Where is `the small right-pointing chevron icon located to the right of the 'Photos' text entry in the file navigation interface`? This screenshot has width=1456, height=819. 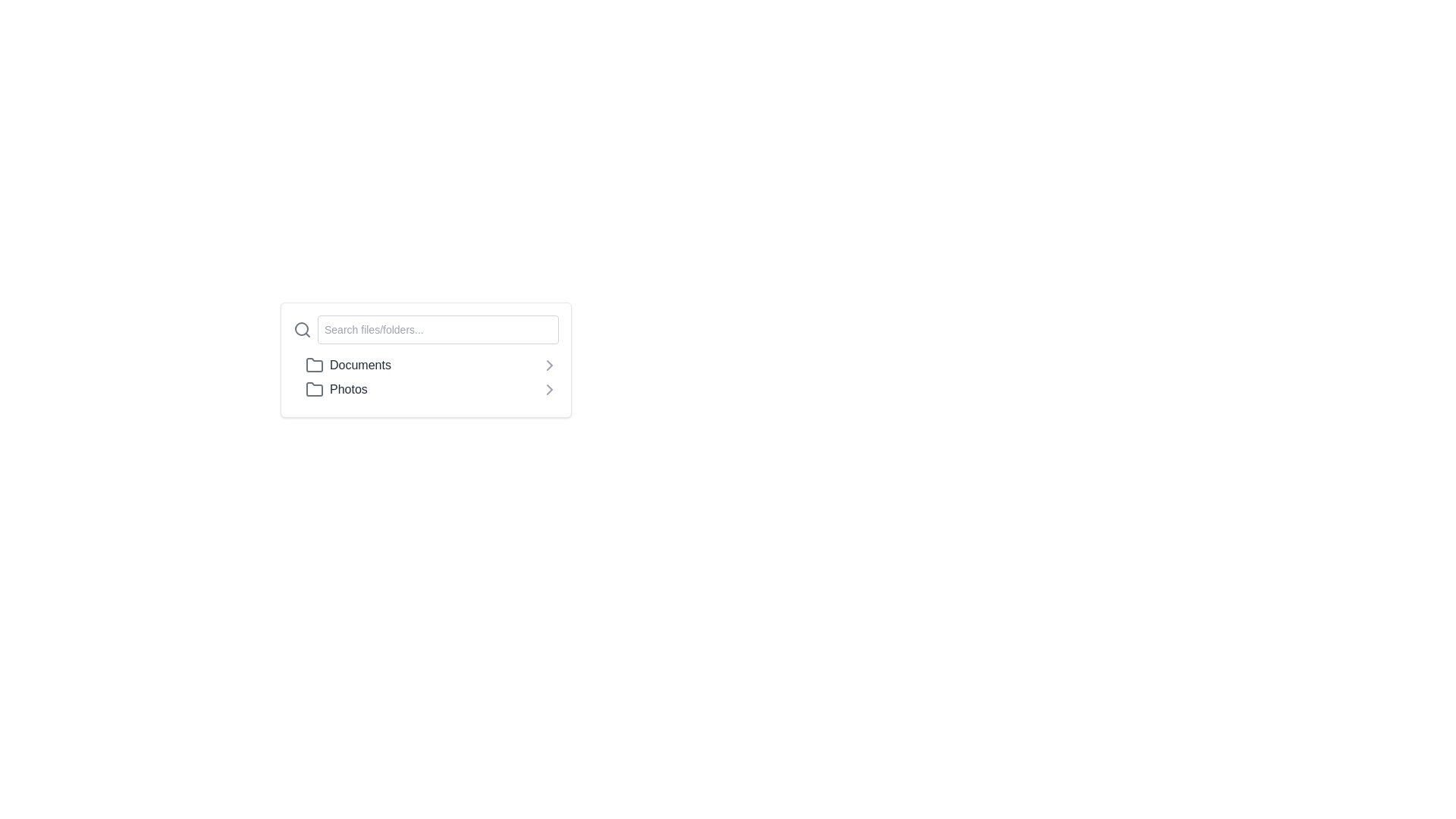
the small right-pointing chevron icon located to the right of the 'Photos' text entry in the file navigation interface is located at coordinates (548, 388).